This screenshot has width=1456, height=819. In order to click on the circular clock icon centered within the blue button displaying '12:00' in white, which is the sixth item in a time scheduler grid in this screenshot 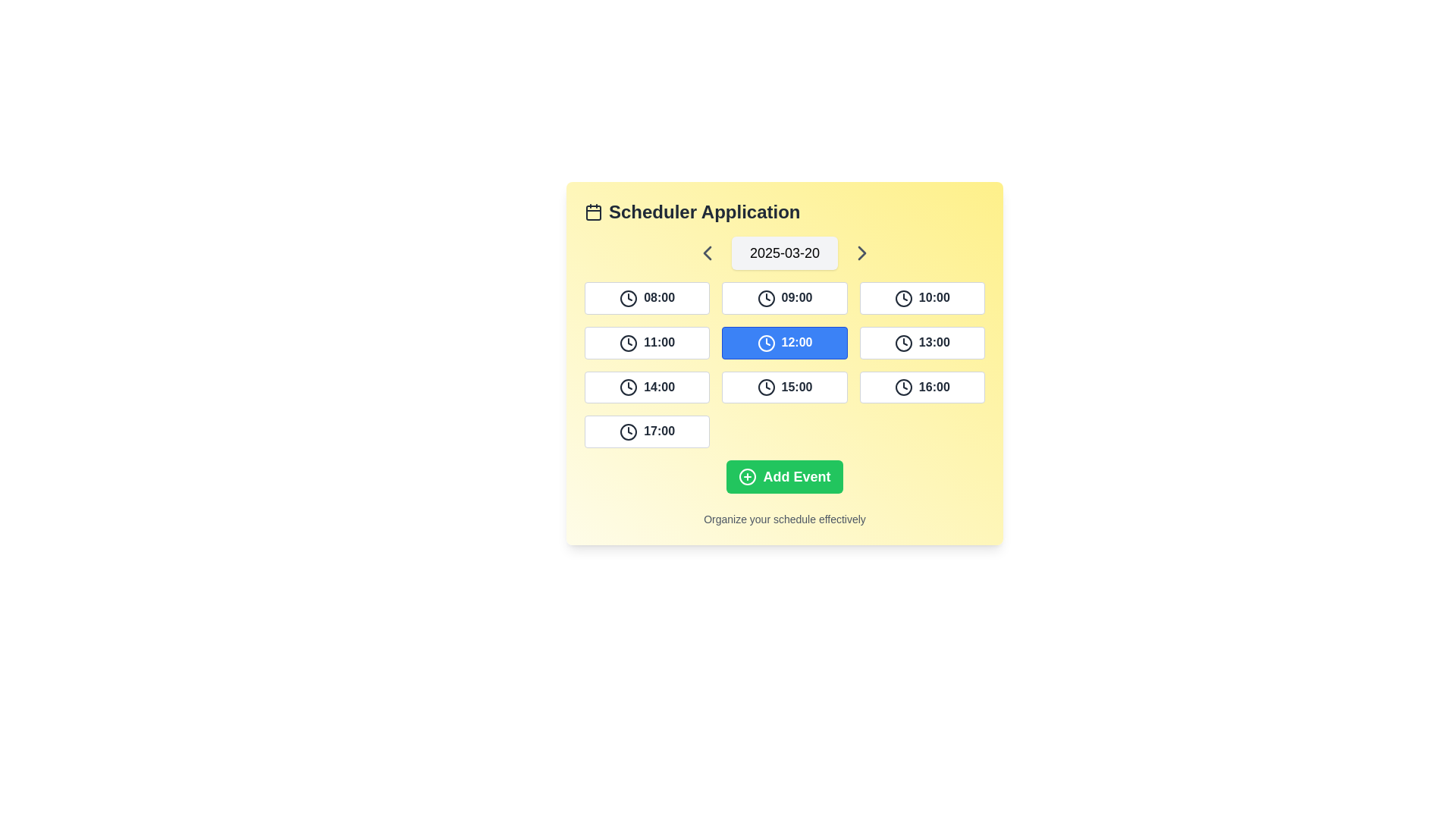, I will do `click(766, 343)`.